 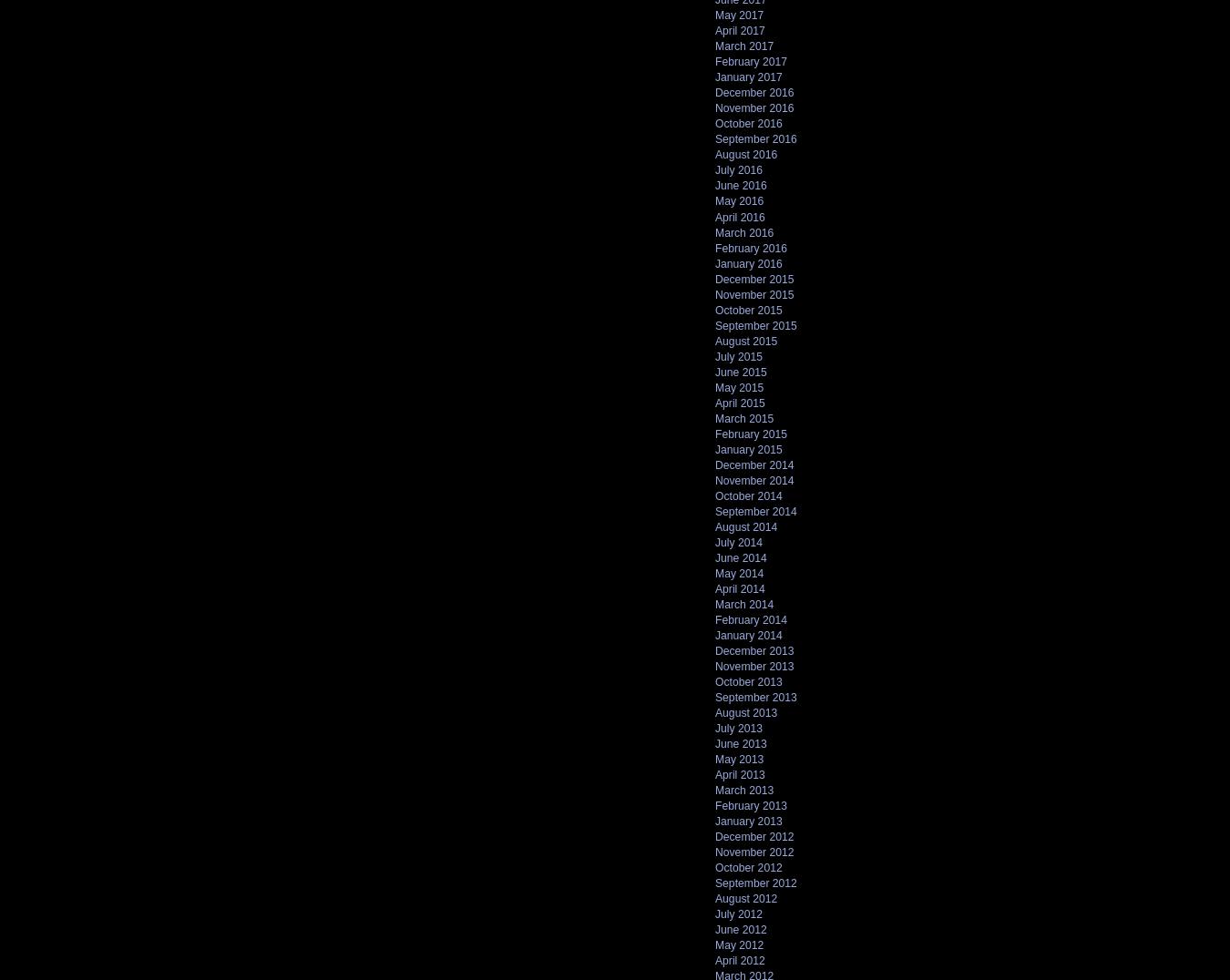 What do you see at coordinates (744, 232) in the screenshot?
I see `'March 2016'` at bounding box center [744, 232].